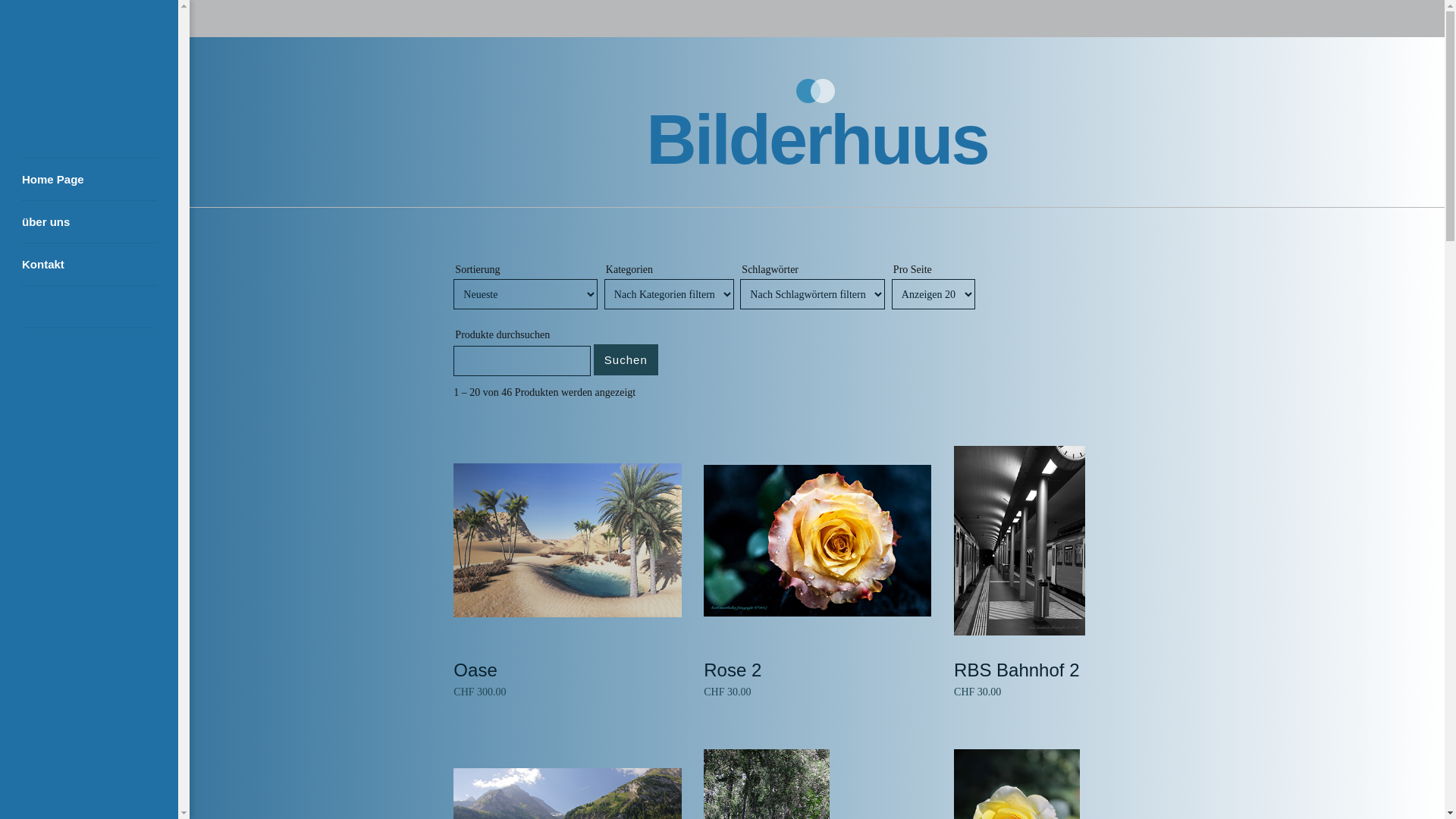 The height and width of the screenshot is (819, 1456). What do you see at coordinates (815, 140) in the screenshot?
I see `'Bilderhuus'` at bounding box center [815, 140].